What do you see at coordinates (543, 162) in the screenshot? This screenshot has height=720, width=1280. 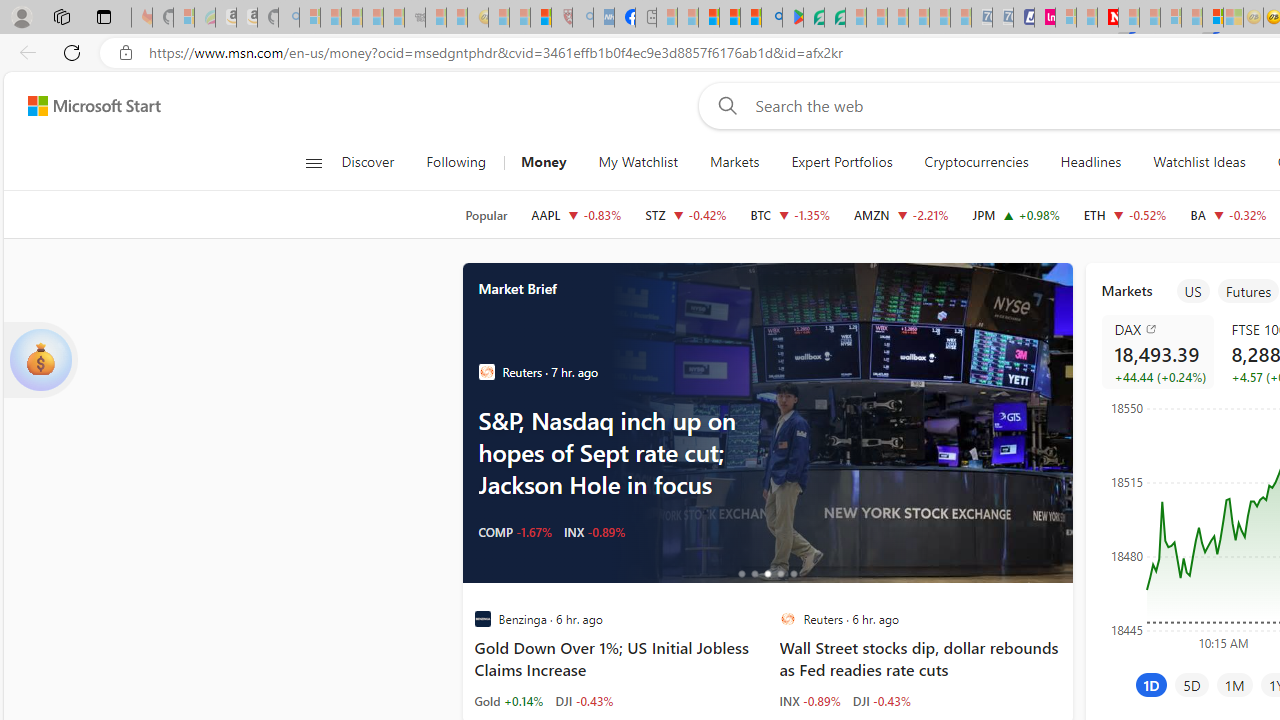 I see `'Money'` at bounding box center [543, 162].